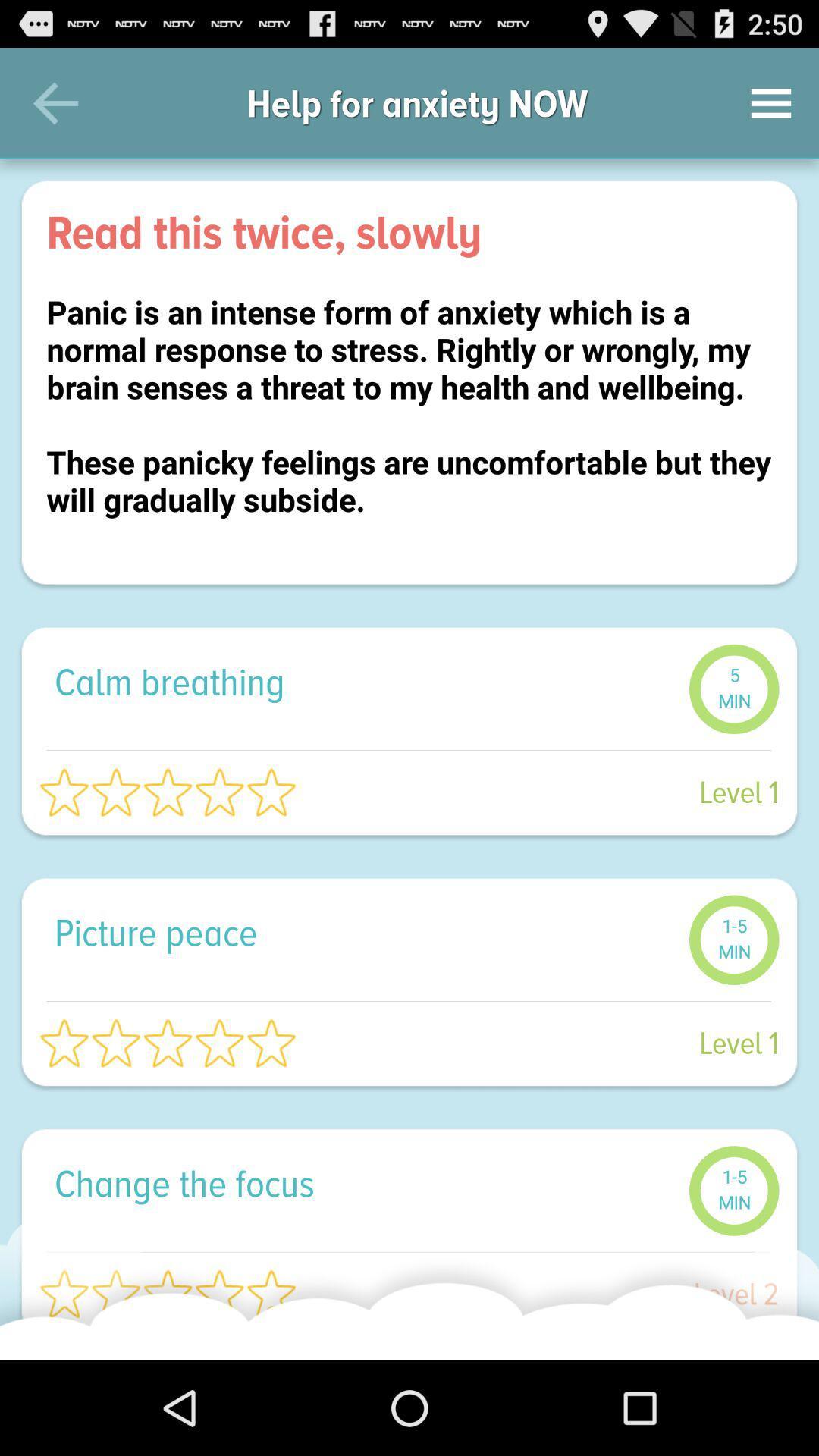 This screenshot has height=1456, width=819. What do you see at coordinates (546, 1293) in the screenshot?
I see `the level 2` at bounding box center [546, 1293].